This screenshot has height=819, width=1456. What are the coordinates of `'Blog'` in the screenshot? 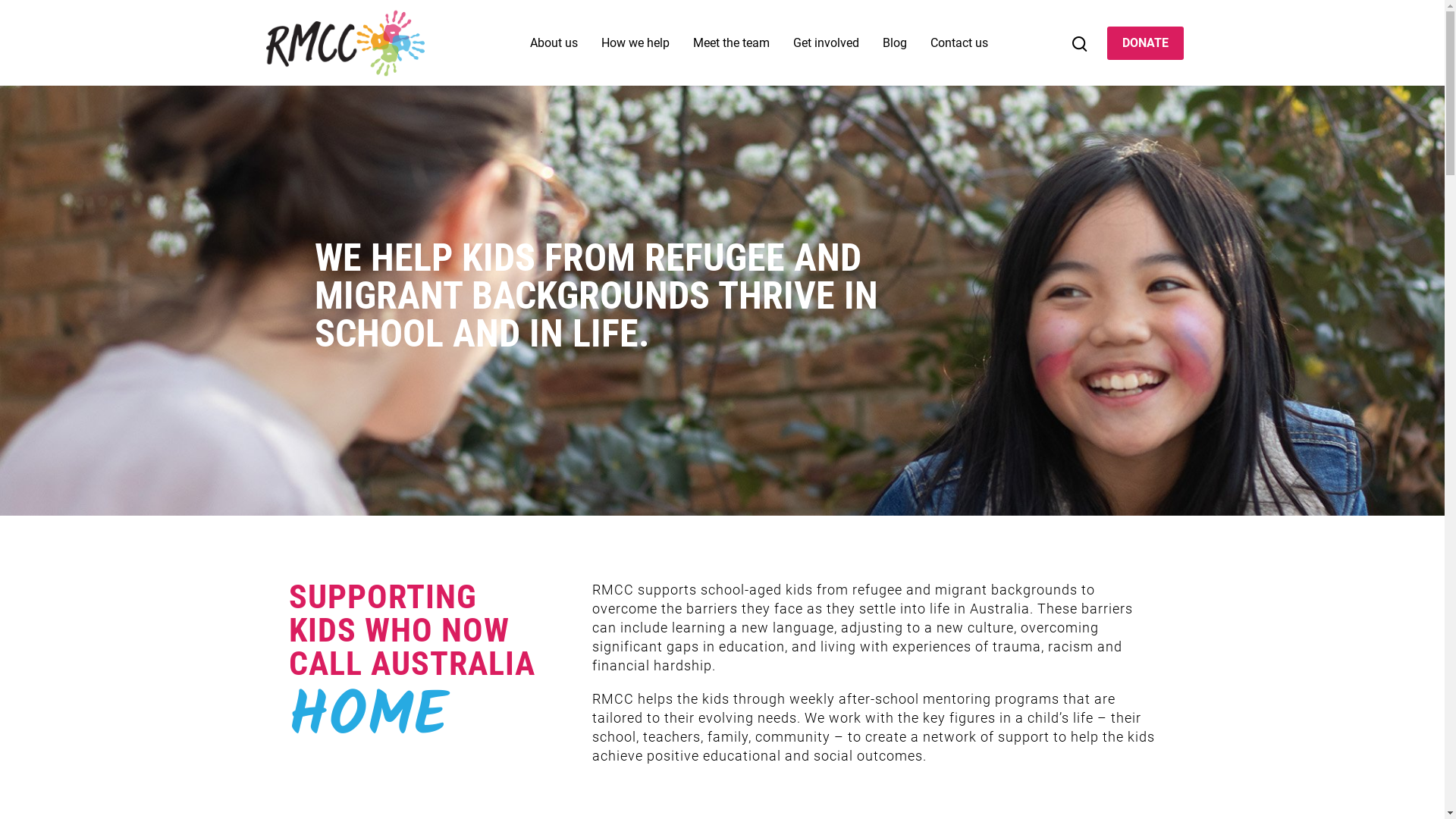 It's located at (882, 49).